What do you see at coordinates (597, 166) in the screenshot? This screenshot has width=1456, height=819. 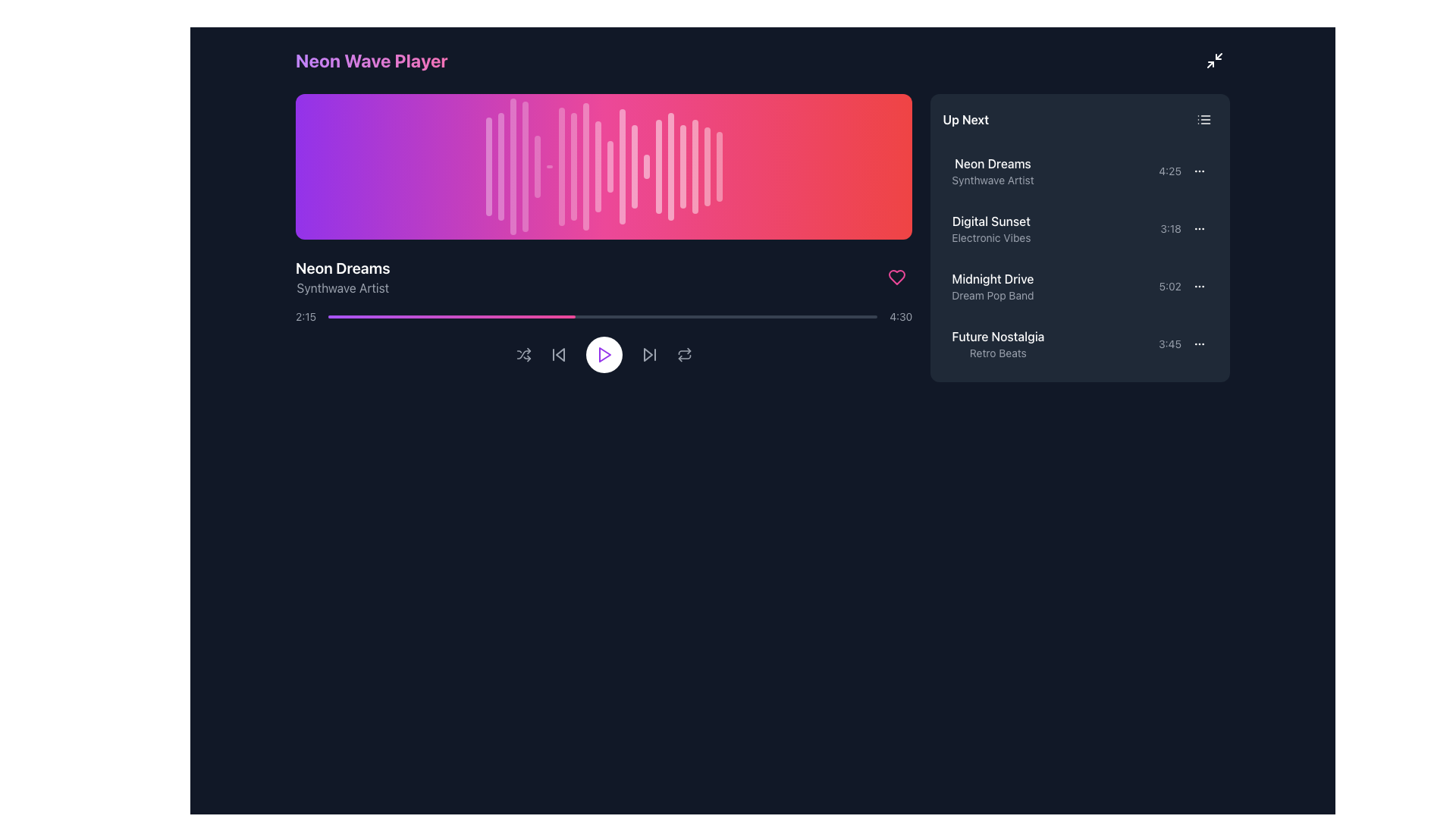 I see `the tenth vertical bar of the waveform display, which visually represents part of the audio waveform` at bounding box center [597, 166].